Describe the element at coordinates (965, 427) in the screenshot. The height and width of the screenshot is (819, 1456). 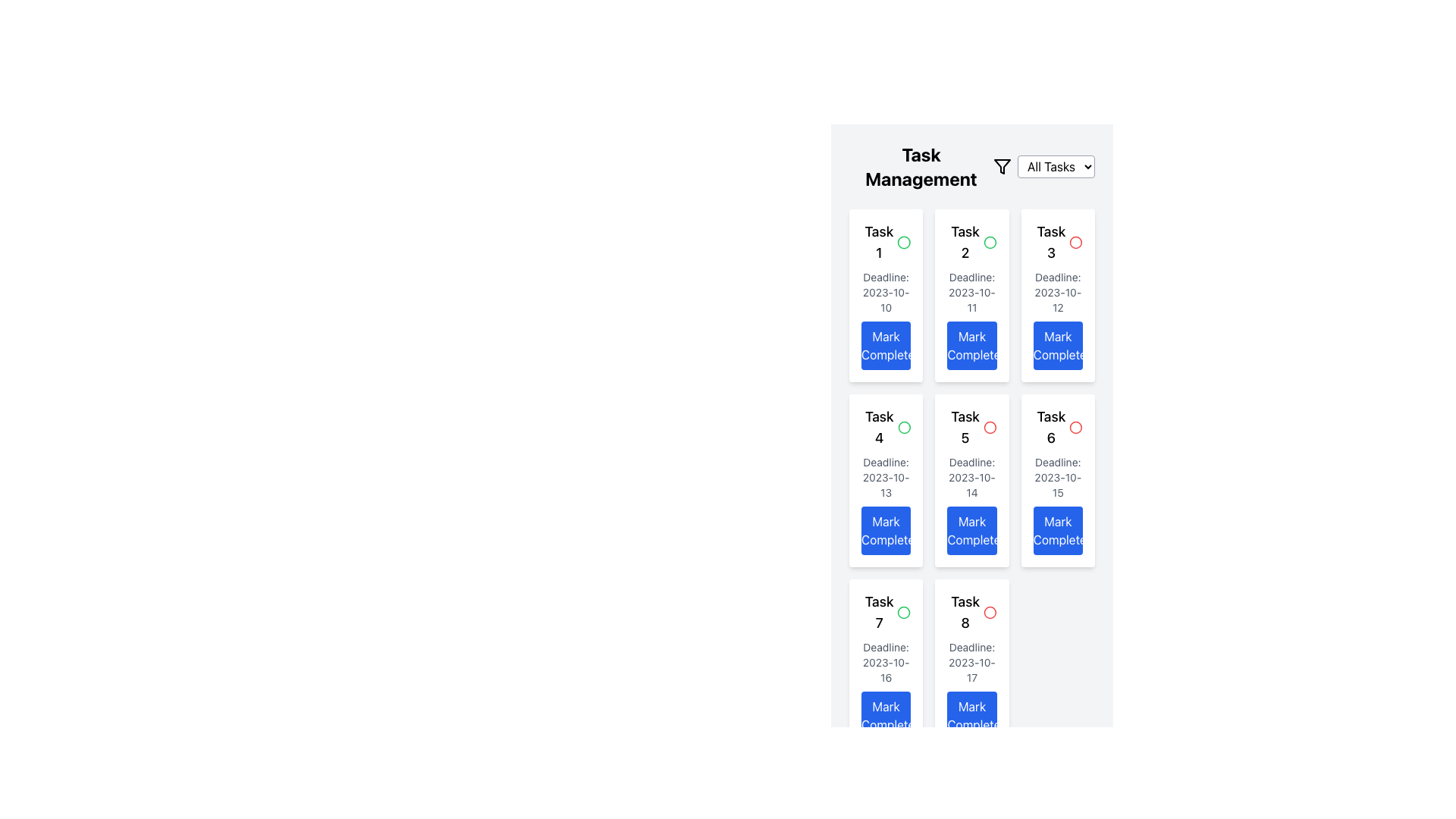
I see `the static text label displaying 'Task 5', which is styled in bold and larger font, indicating it is a key identifier of a task` at that location.